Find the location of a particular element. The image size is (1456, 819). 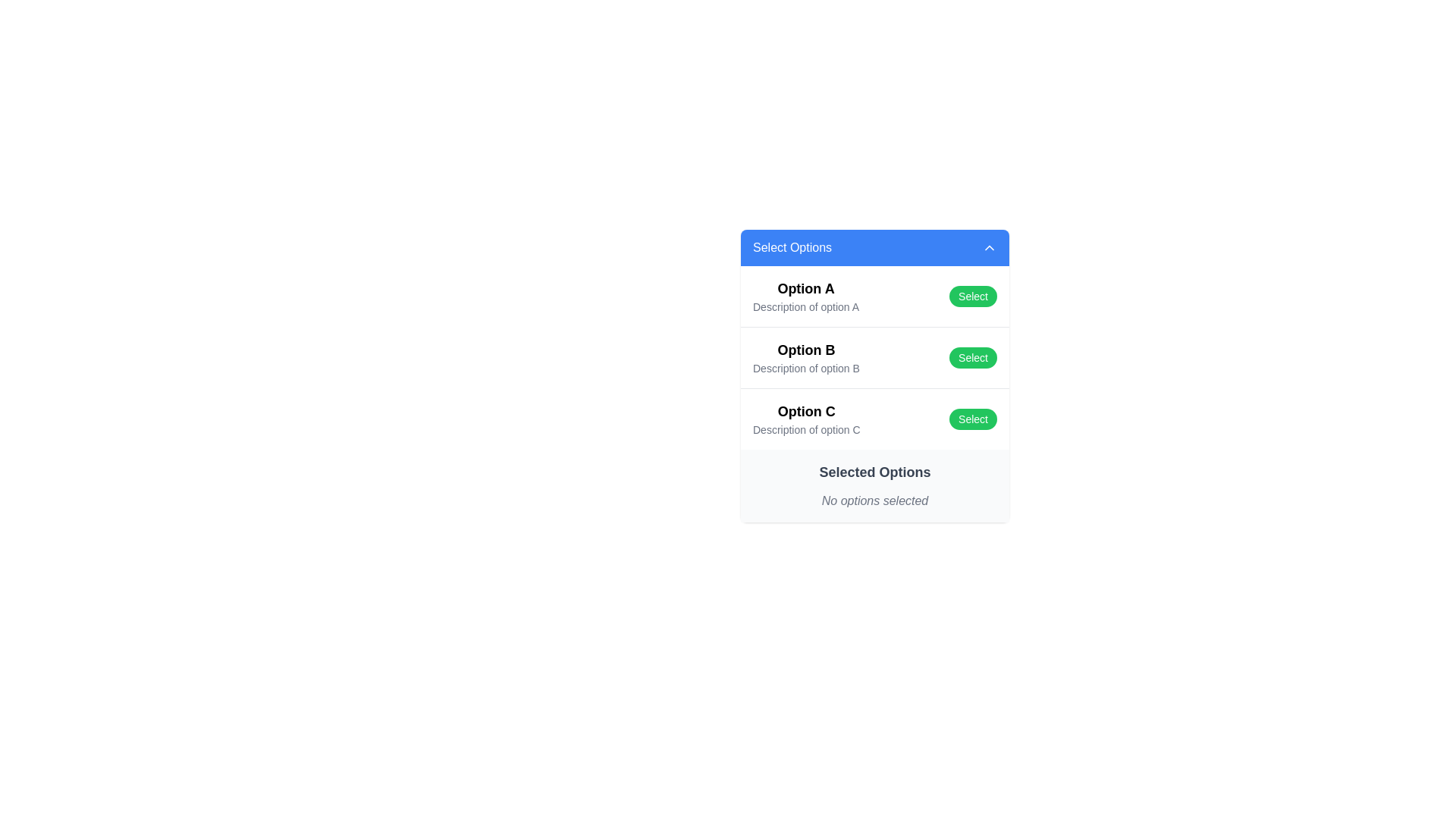

description of the selectable list item labeled 'Option C', which consists of two lines of text: 'Option C' in bold and 'Description of option C' in a lighter font is located at coordinates (805, 419).